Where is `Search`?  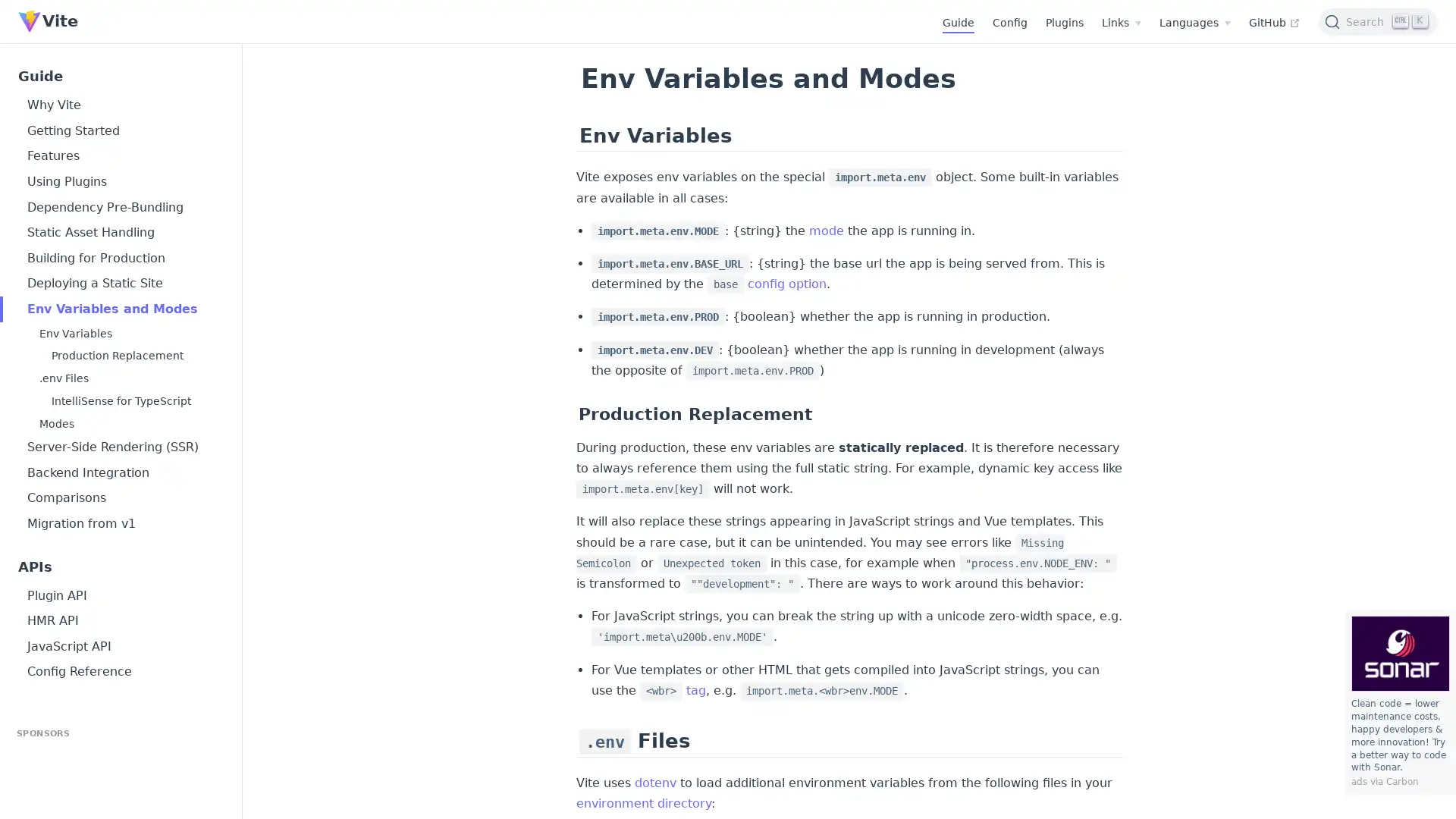
Search is located at coordinates (1378, 20).